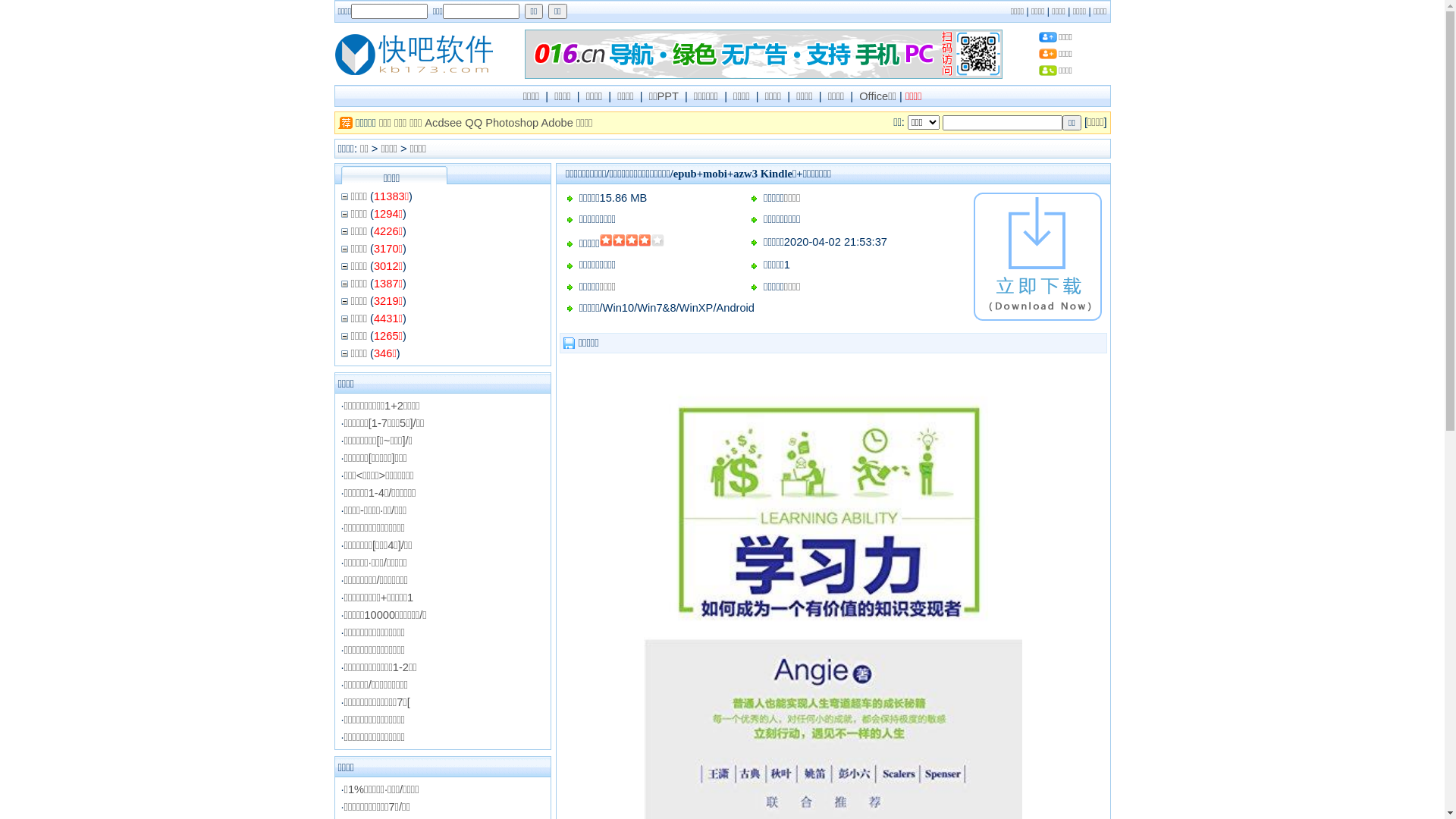  What do you see at coordinates (442, 122) in the screenshot?
I see `'Acdsee'` at bounding box center [442, 122].